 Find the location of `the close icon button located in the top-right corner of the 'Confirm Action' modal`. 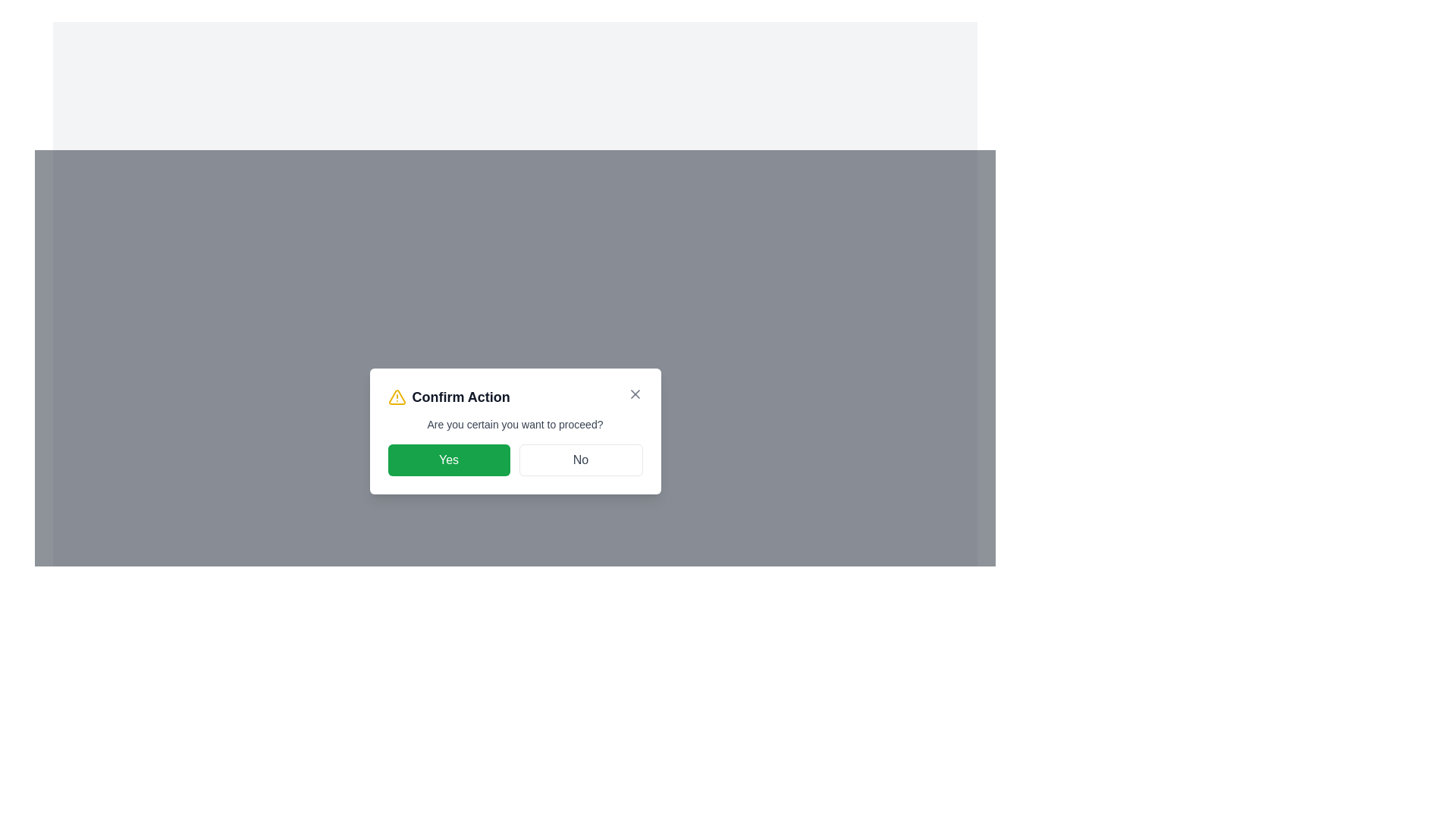

the close icon button located in the top-right corner of the 'Confirm Action' modal is located at coordinates (635, 394).